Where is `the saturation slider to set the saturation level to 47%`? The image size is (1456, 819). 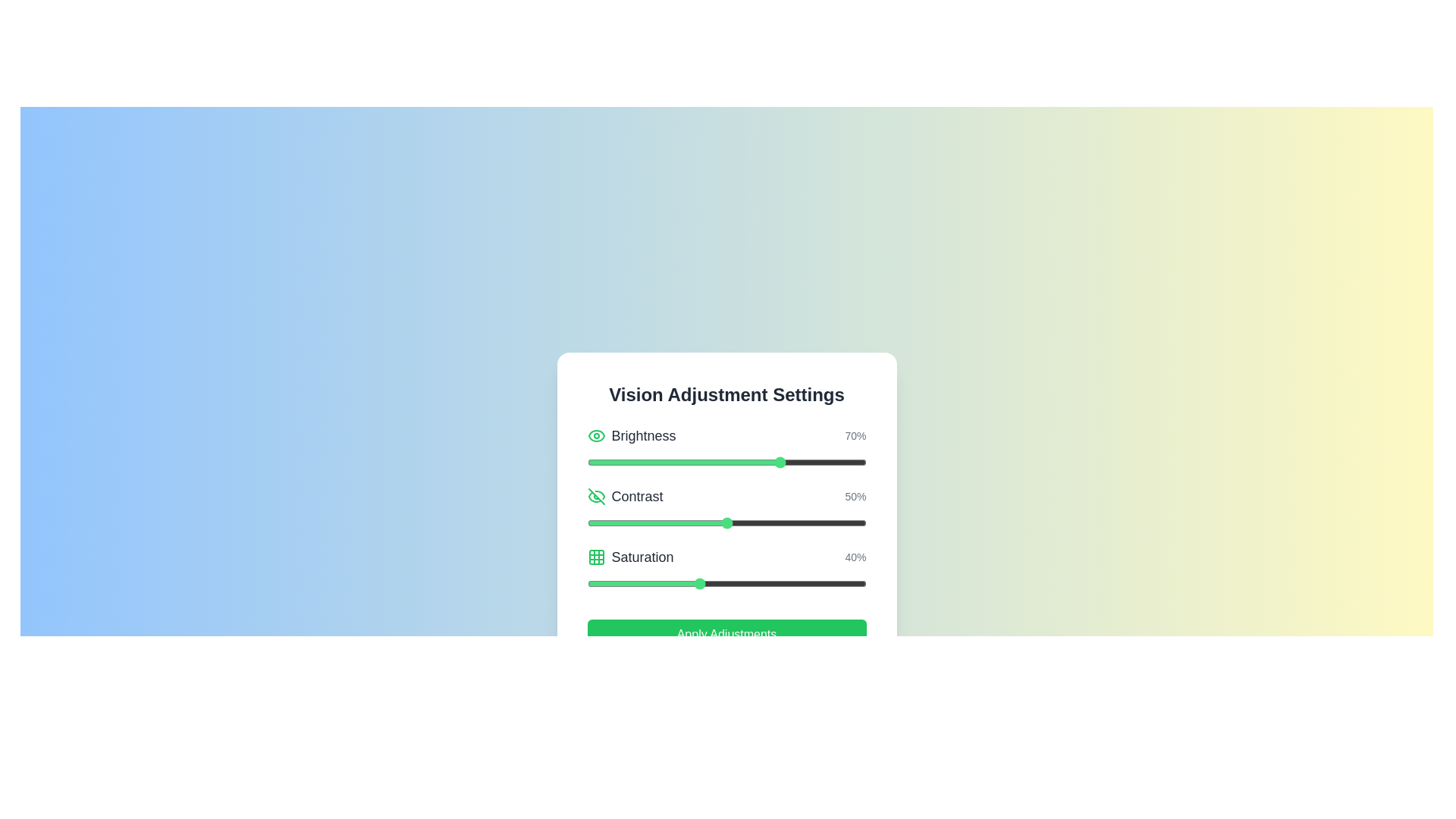
the saturation slider to set the saturation level to 47% is located at coordinates (717, 583).